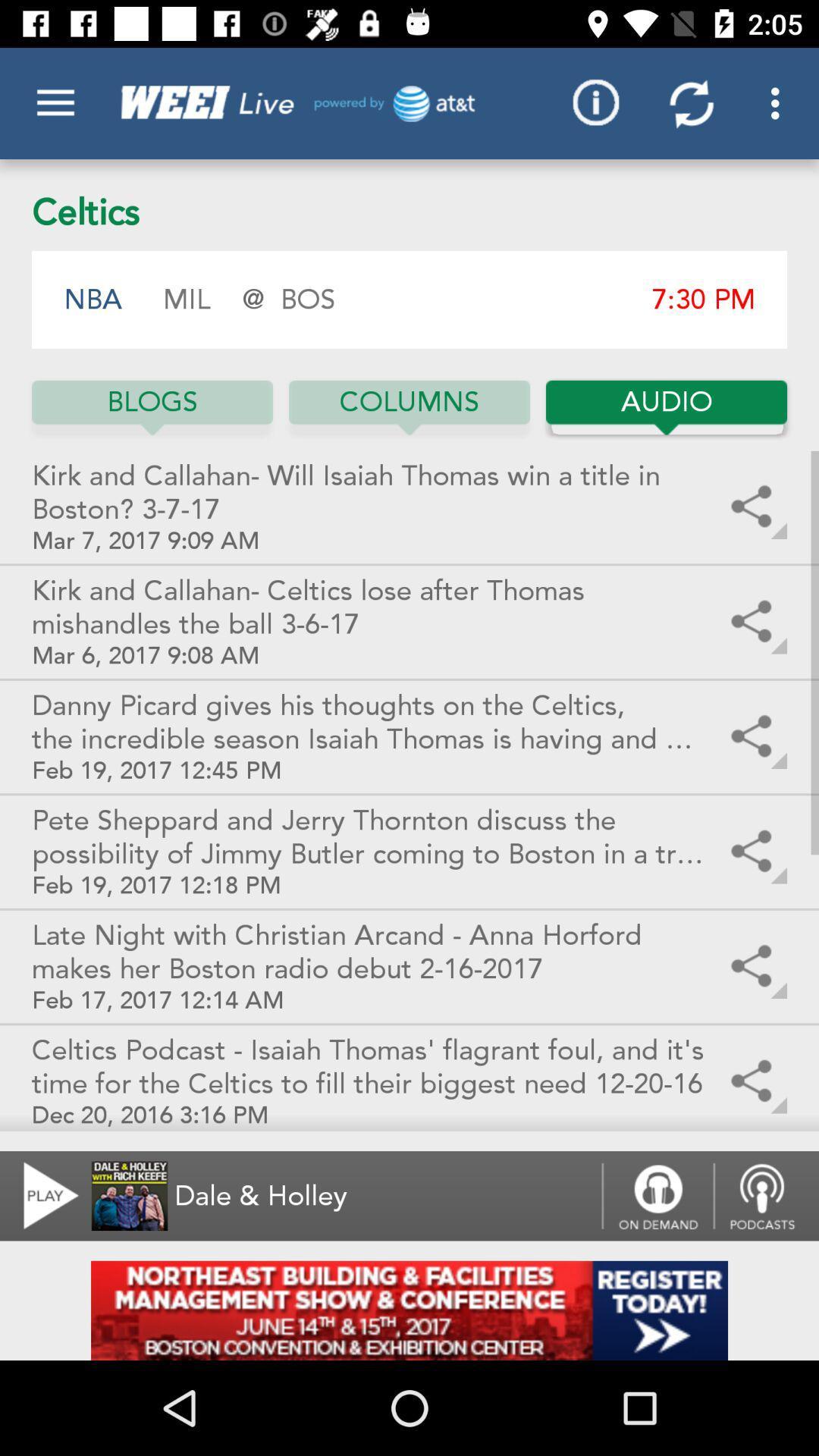  I want to click on visit advertisement, so click(409, 1310).